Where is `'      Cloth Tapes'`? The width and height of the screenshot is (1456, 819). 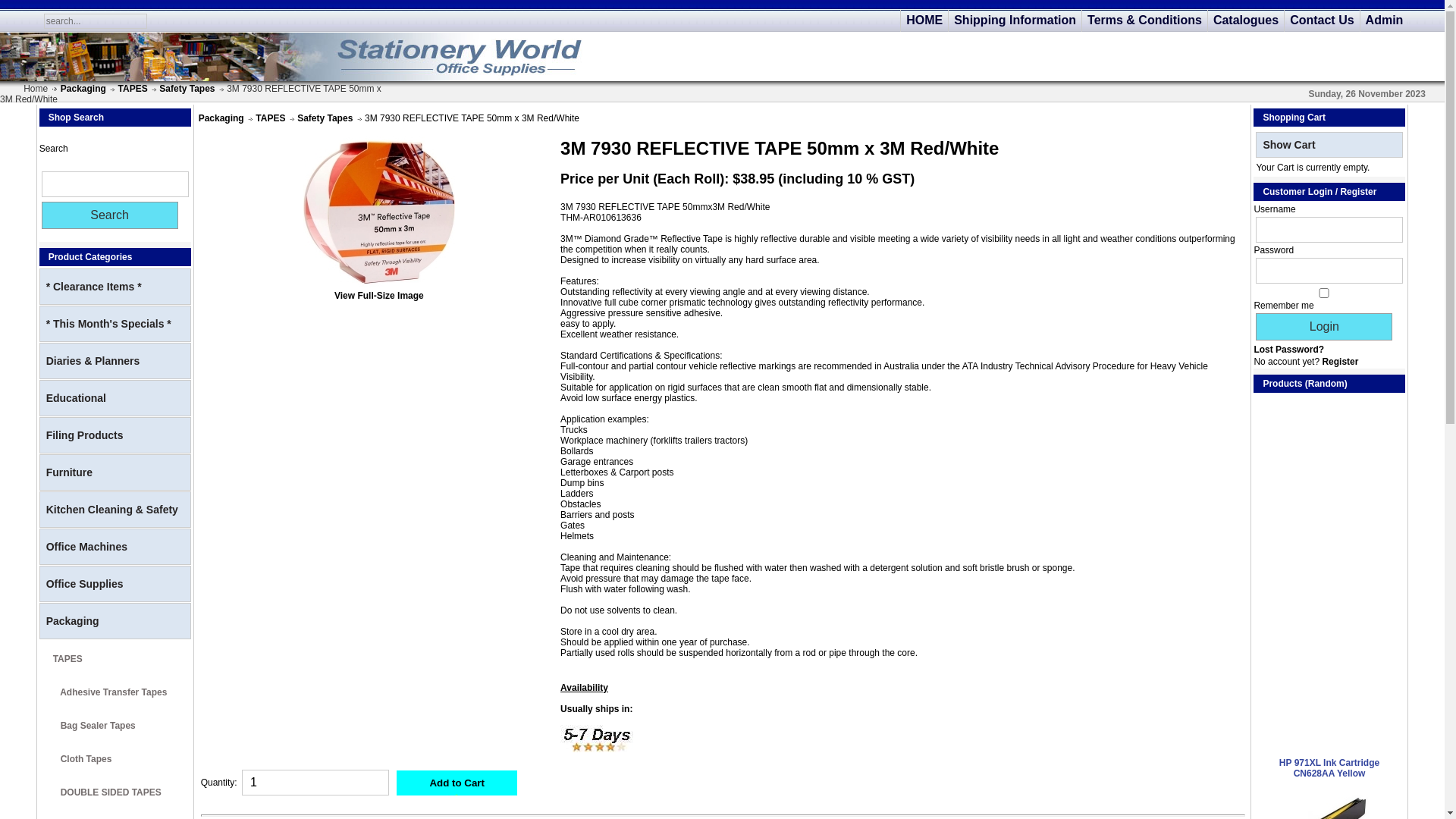
'      Cloth Tapes' is located at coordinates (41, 757).